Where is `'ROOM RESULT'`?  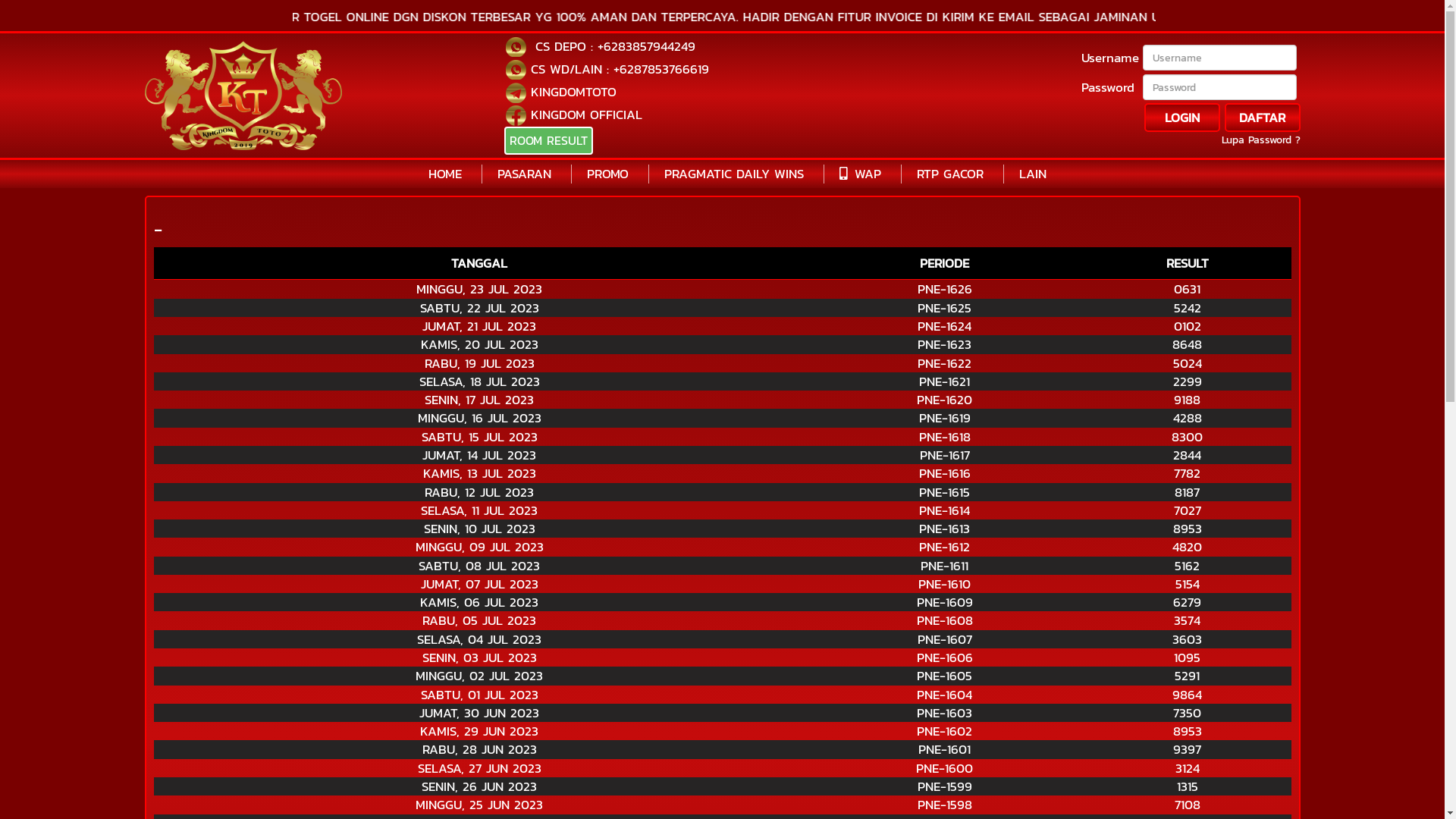
'ROOM RESULT' is located at coordinates (548, 140).